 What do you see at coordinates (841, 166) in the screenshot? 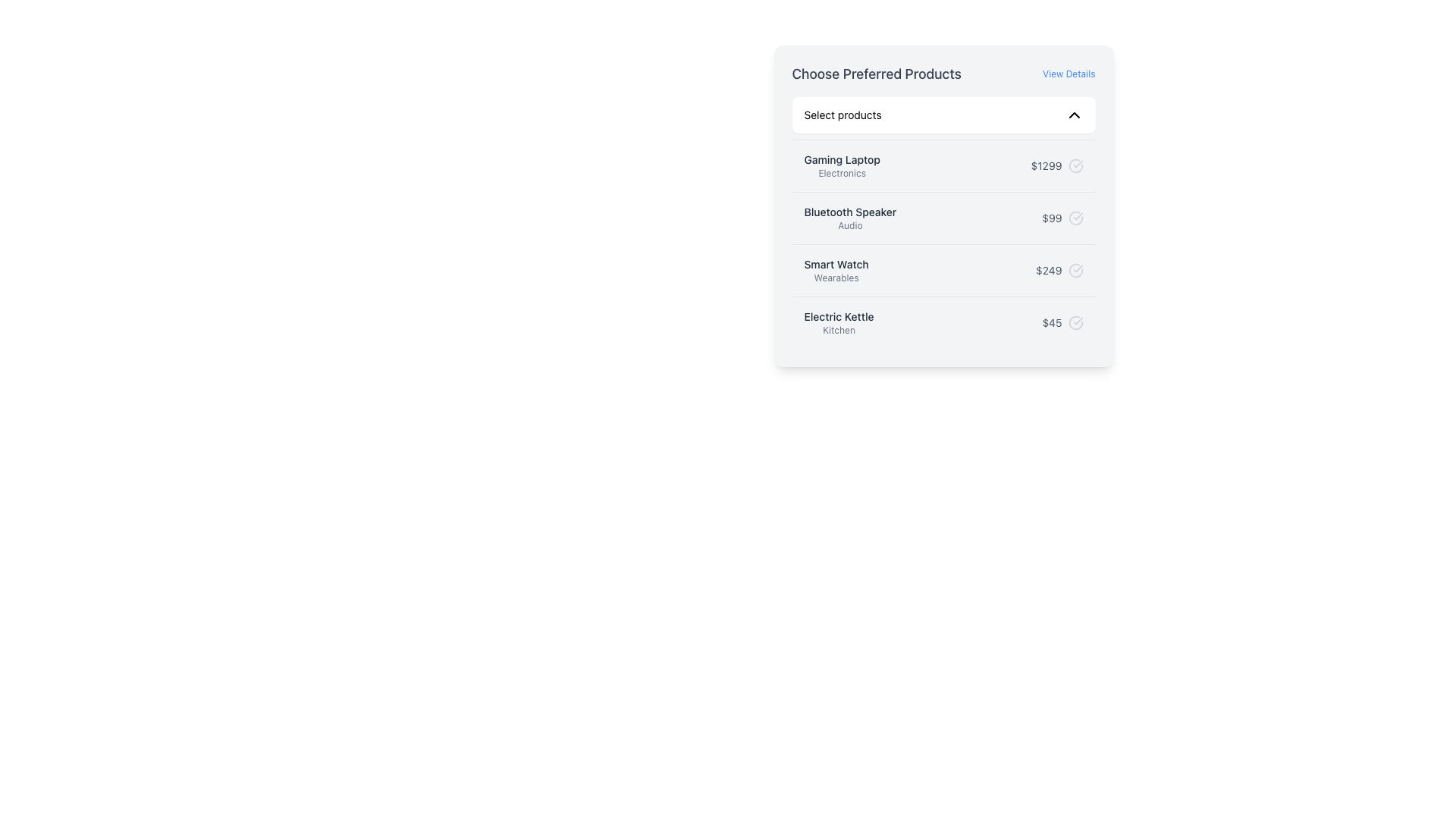
I see `the product item text block located under the 'Choose Preferred Products' section to highlight the corresponding product` at bounding box center [841, 166].